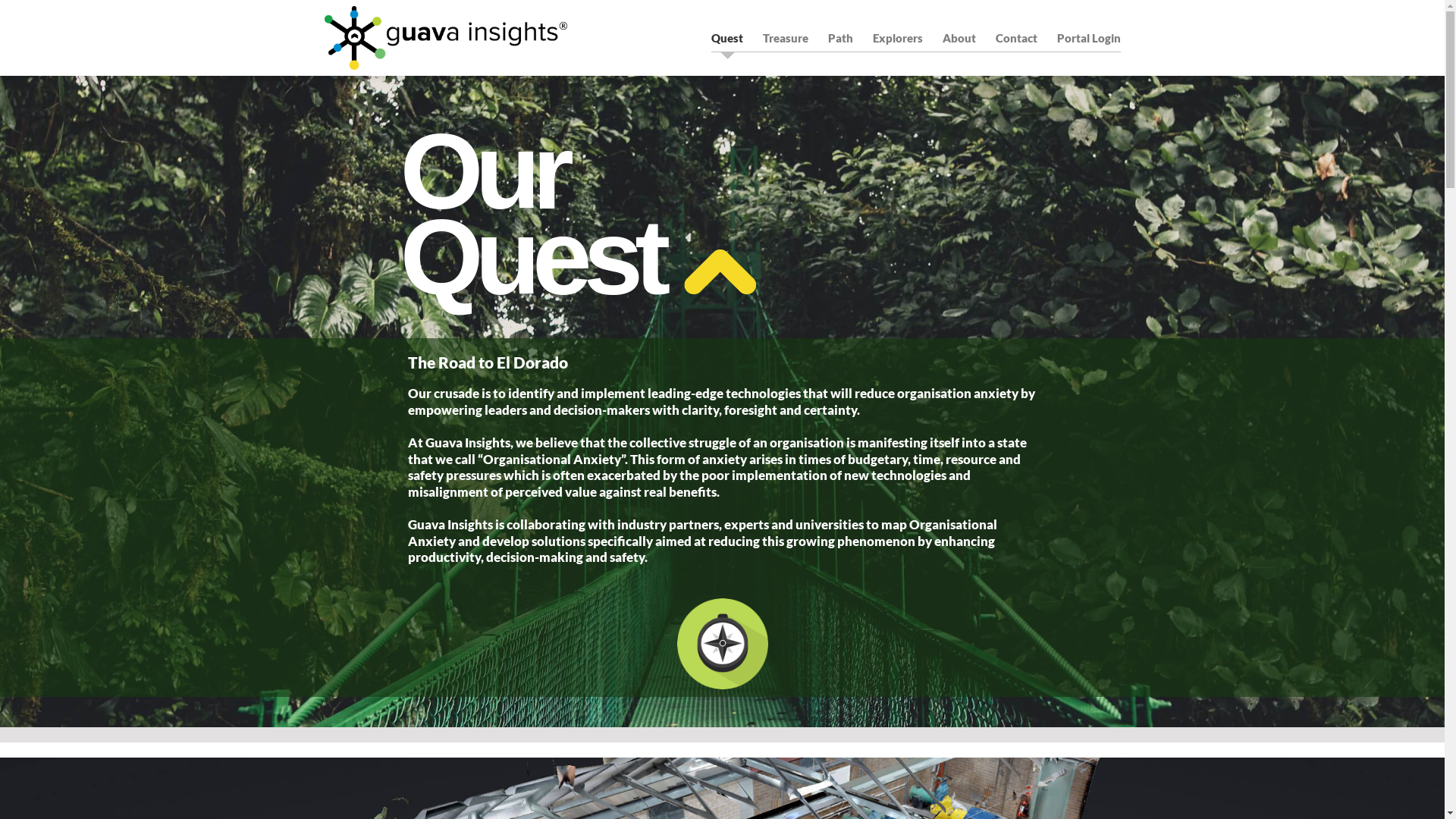 This screenshot has height=819, width=1456. What do you see at coordinates (726, 37) in the screenshot?
I see `'Quest'` at bounding box center [726, 37].